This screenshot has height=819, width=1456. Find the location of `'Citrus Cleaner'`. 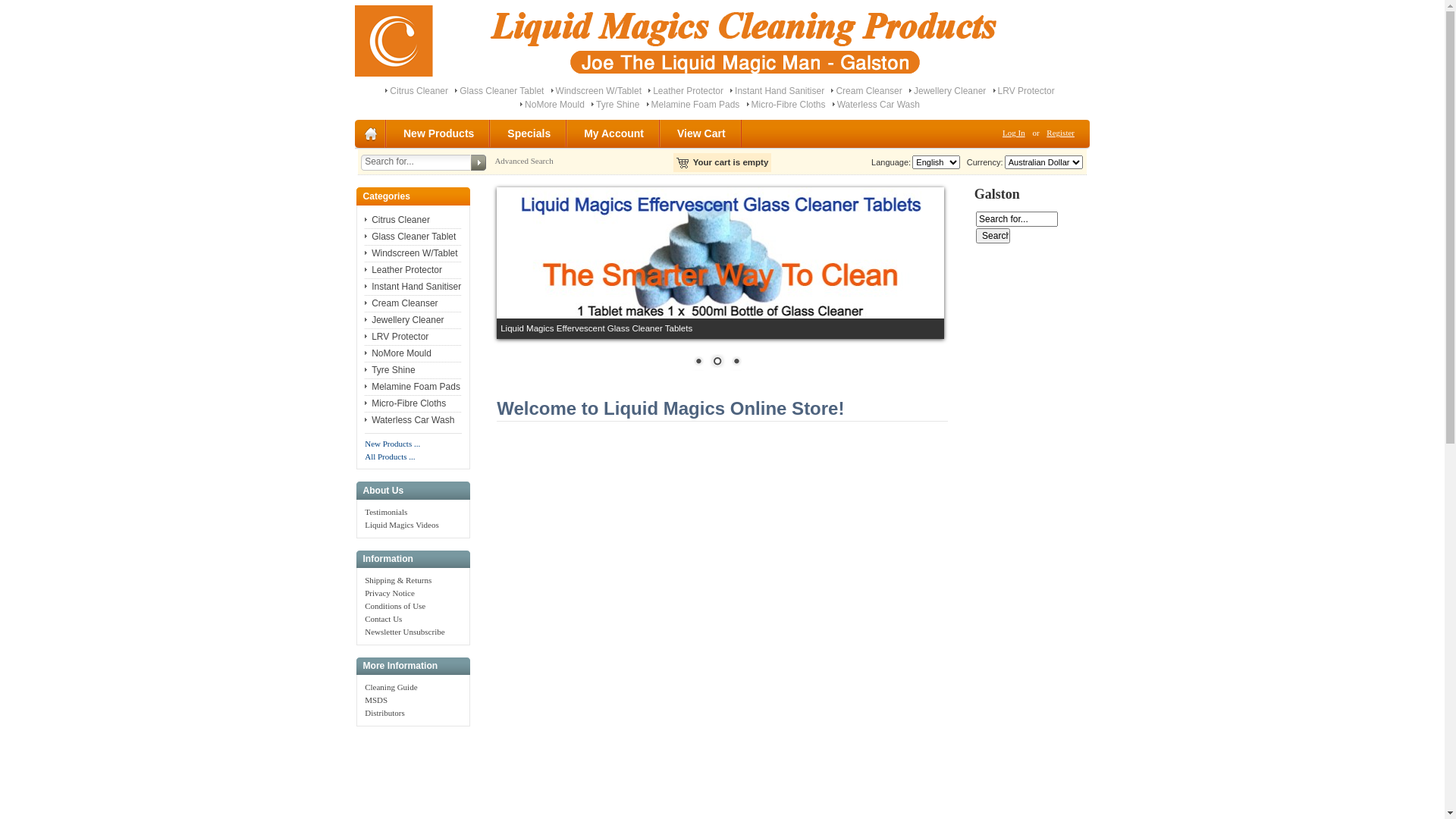

'Citrus Cleaner' is located at coordinates (364, 219).